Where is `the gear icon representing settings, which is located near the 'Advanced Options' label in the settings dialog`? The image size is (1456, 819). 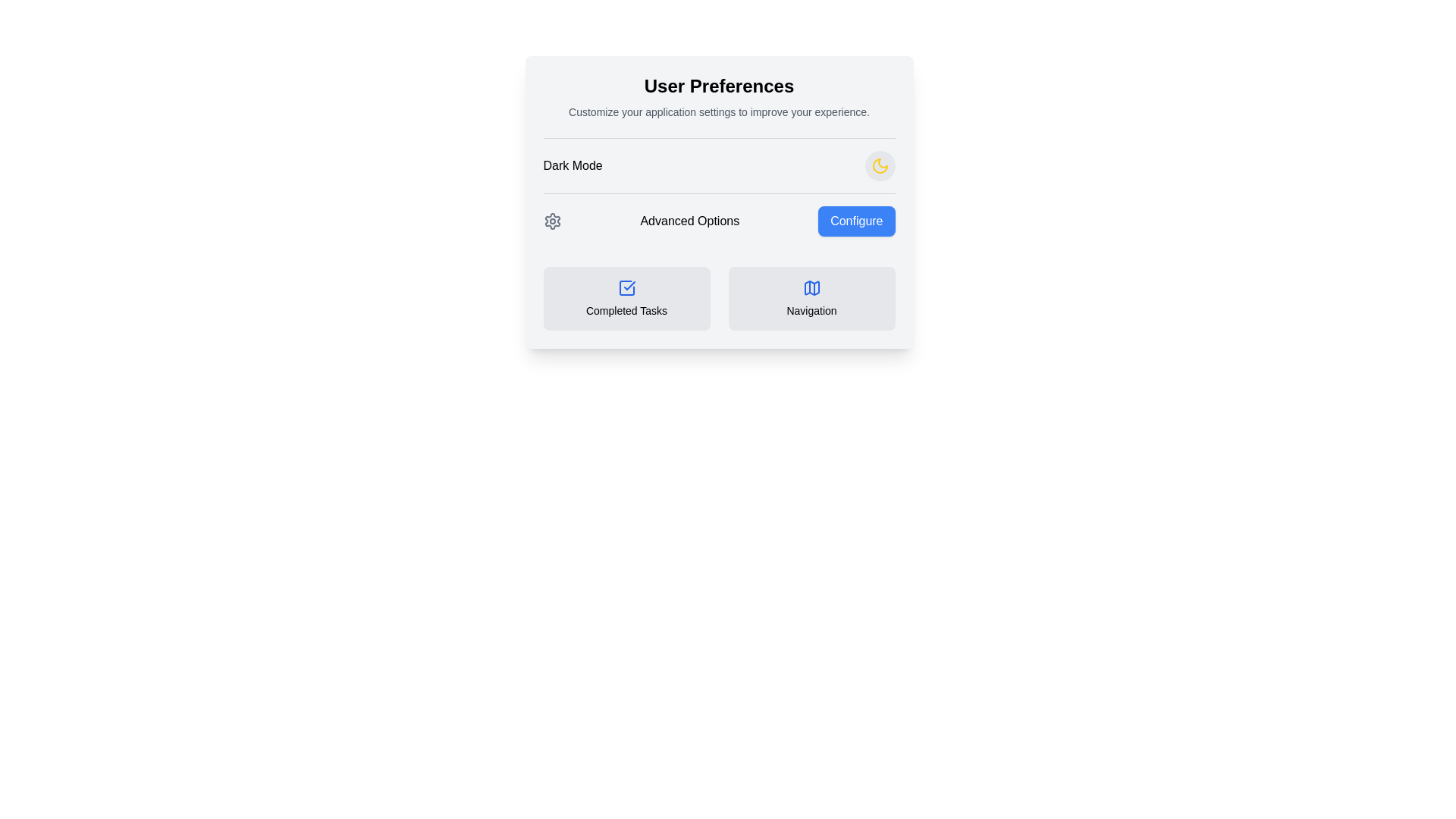
the gear icon representing settings, which is located near the 'Advanced Options' label in the settings dialog is located at coordinates (551, 221).